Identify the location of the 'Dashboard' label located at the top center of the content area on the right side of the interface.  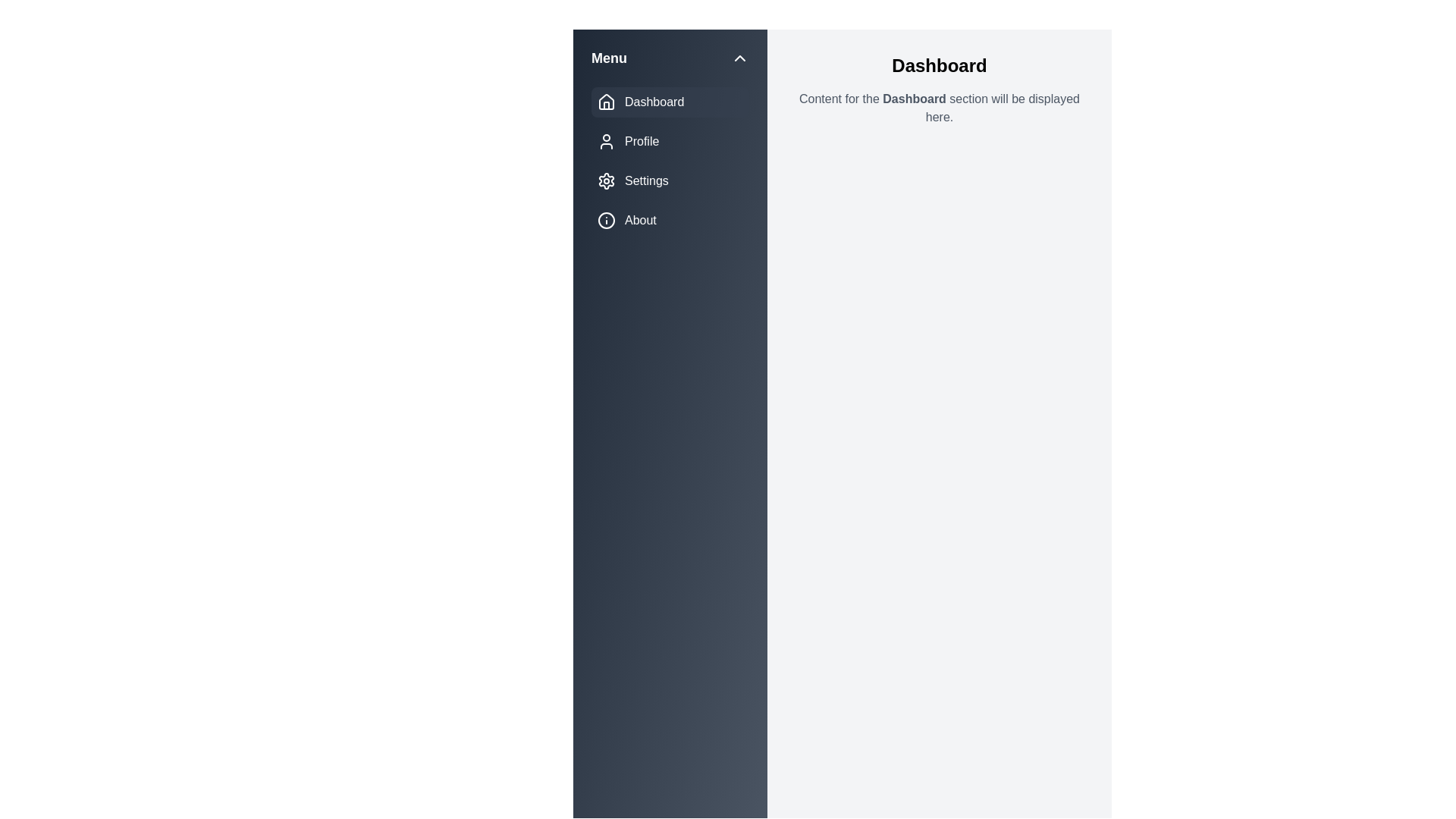
(914, 99).